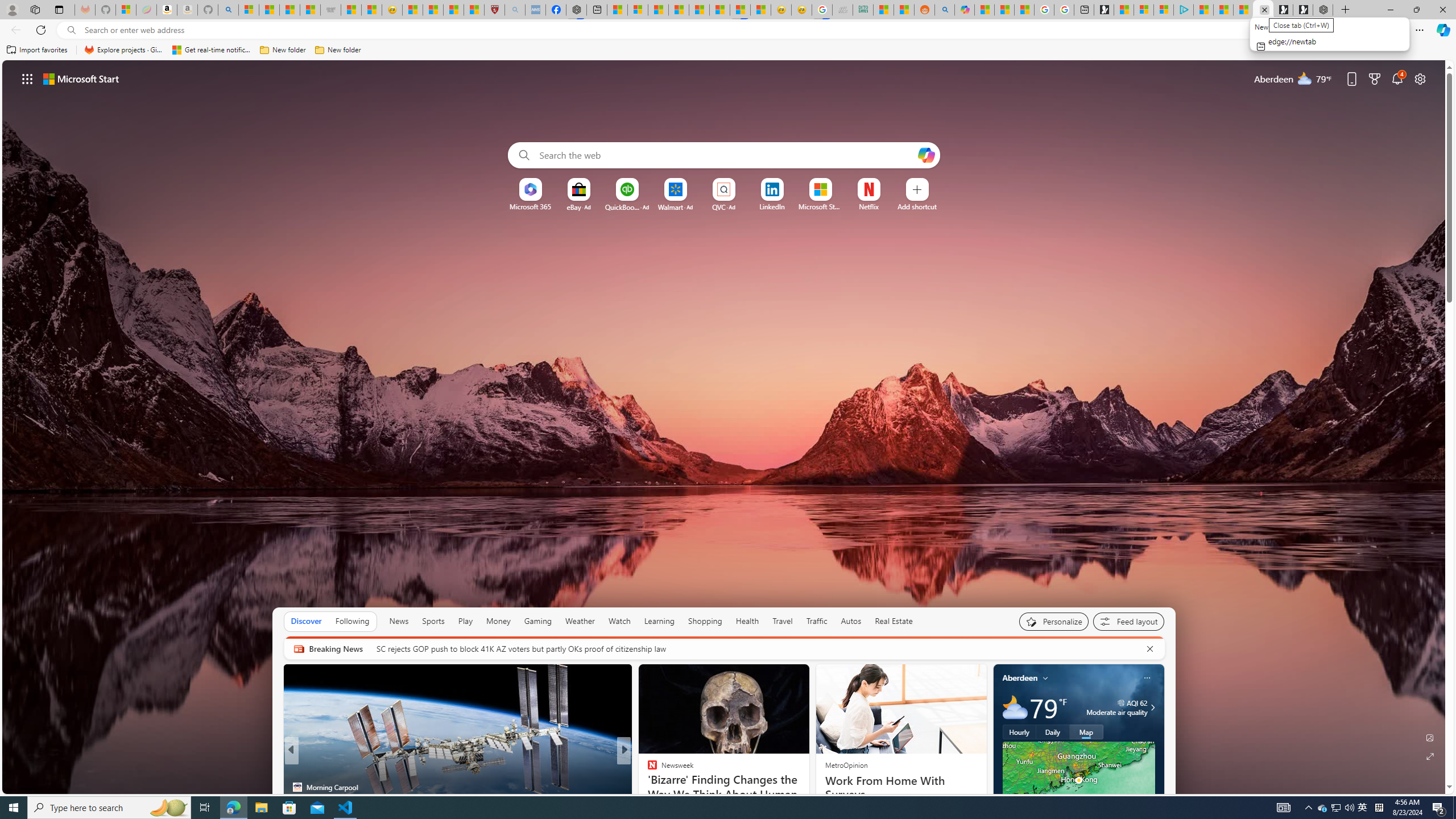  Describe the element at coordinates (1020, 677) in the screenshot. I see `'Aberdeen'` at that location.